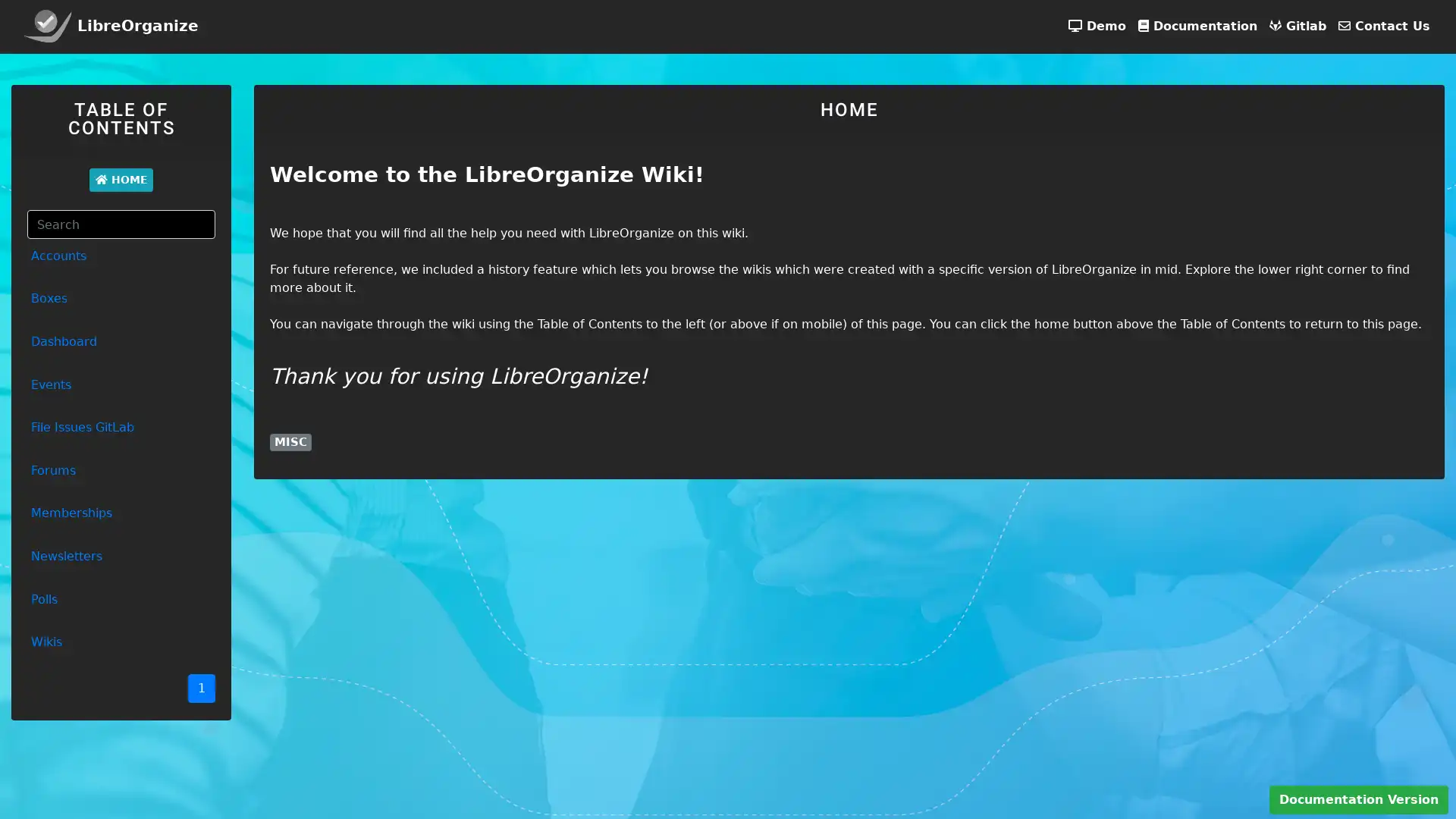 The width and height of the screenshot is (1456, 819). What do you see at coordinates (1358, 799) in the screenshot?
I see `Documentation Version` at bounding box center [1358, 799].